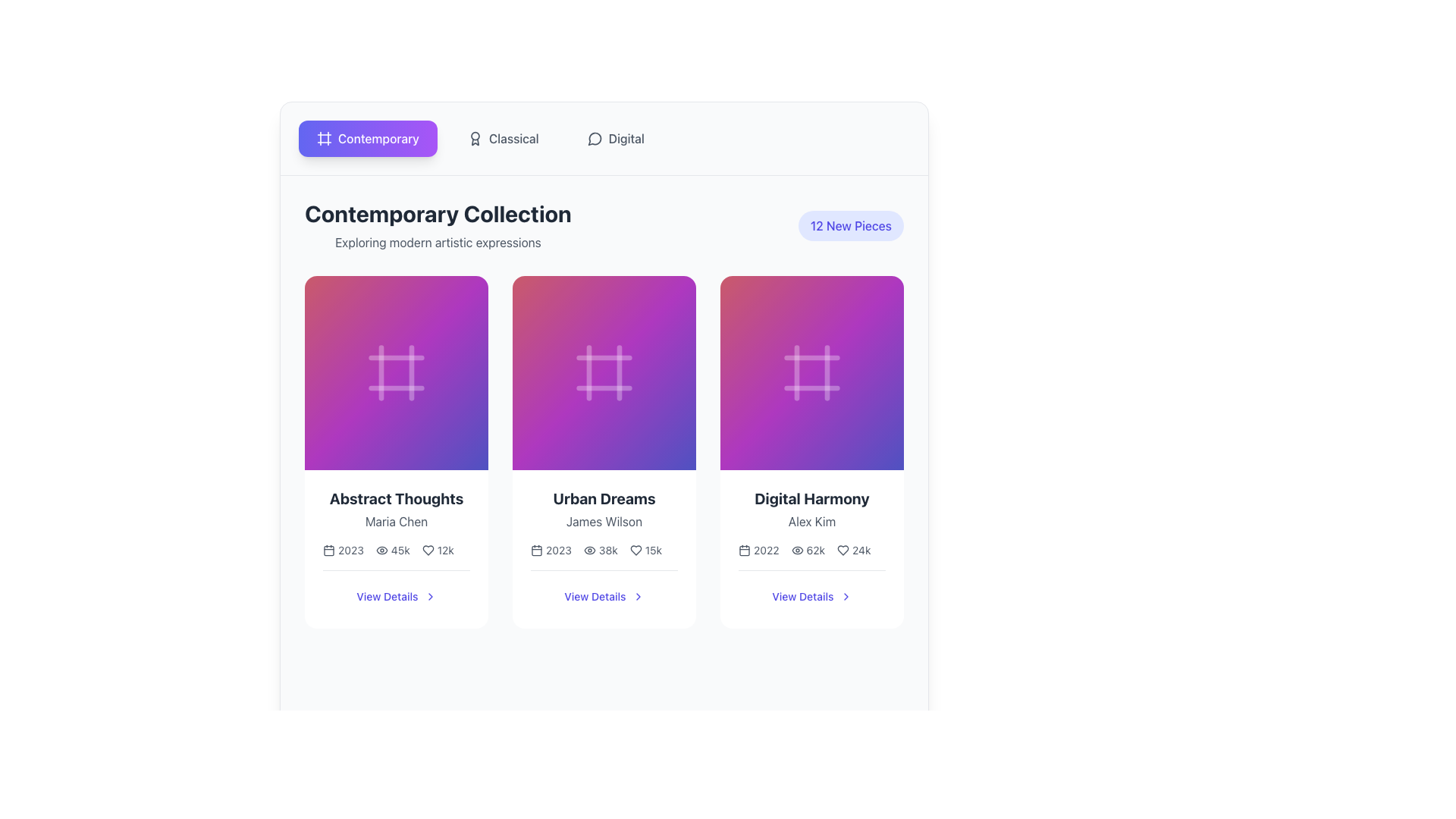 This screenshot has height=819, width=1456. I want to click on the interactive button located at the bottom of the 'Urban Dreams' card to change its visual style, so click(603, 589).